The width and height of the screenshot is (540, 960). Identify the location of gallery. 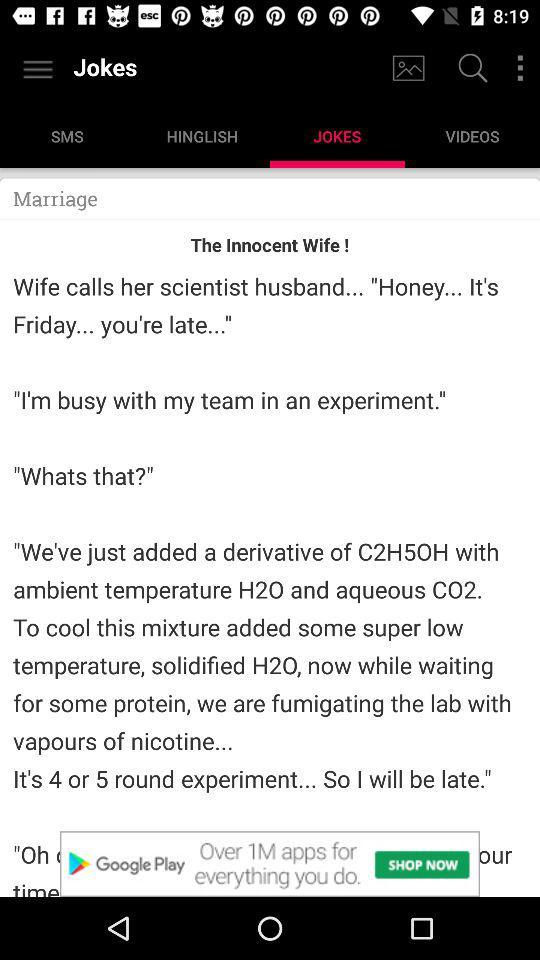
(407, 68).